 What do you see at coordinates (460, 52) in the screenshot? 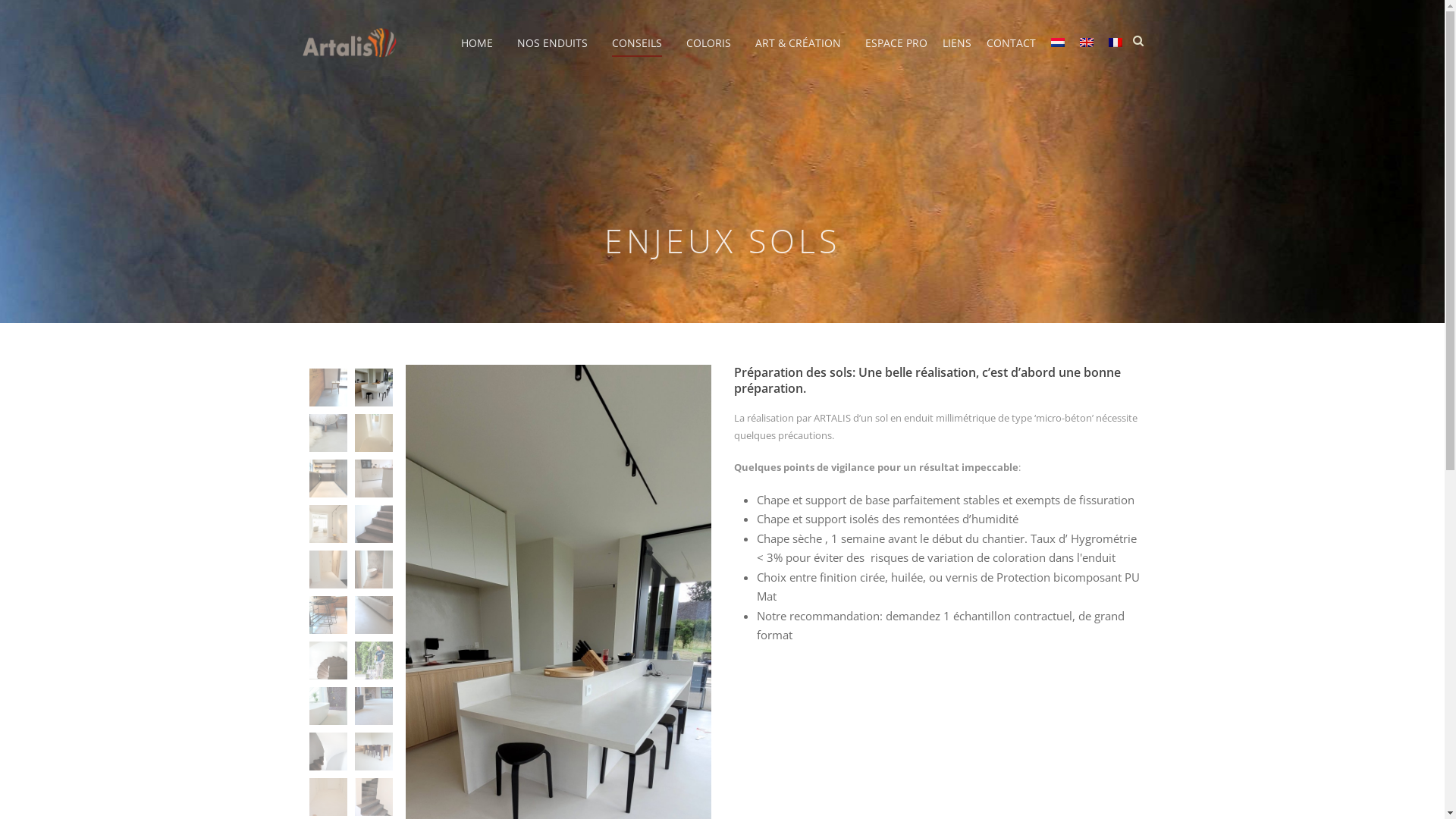
I see `'HOME'` at bounding box center [460, 52].